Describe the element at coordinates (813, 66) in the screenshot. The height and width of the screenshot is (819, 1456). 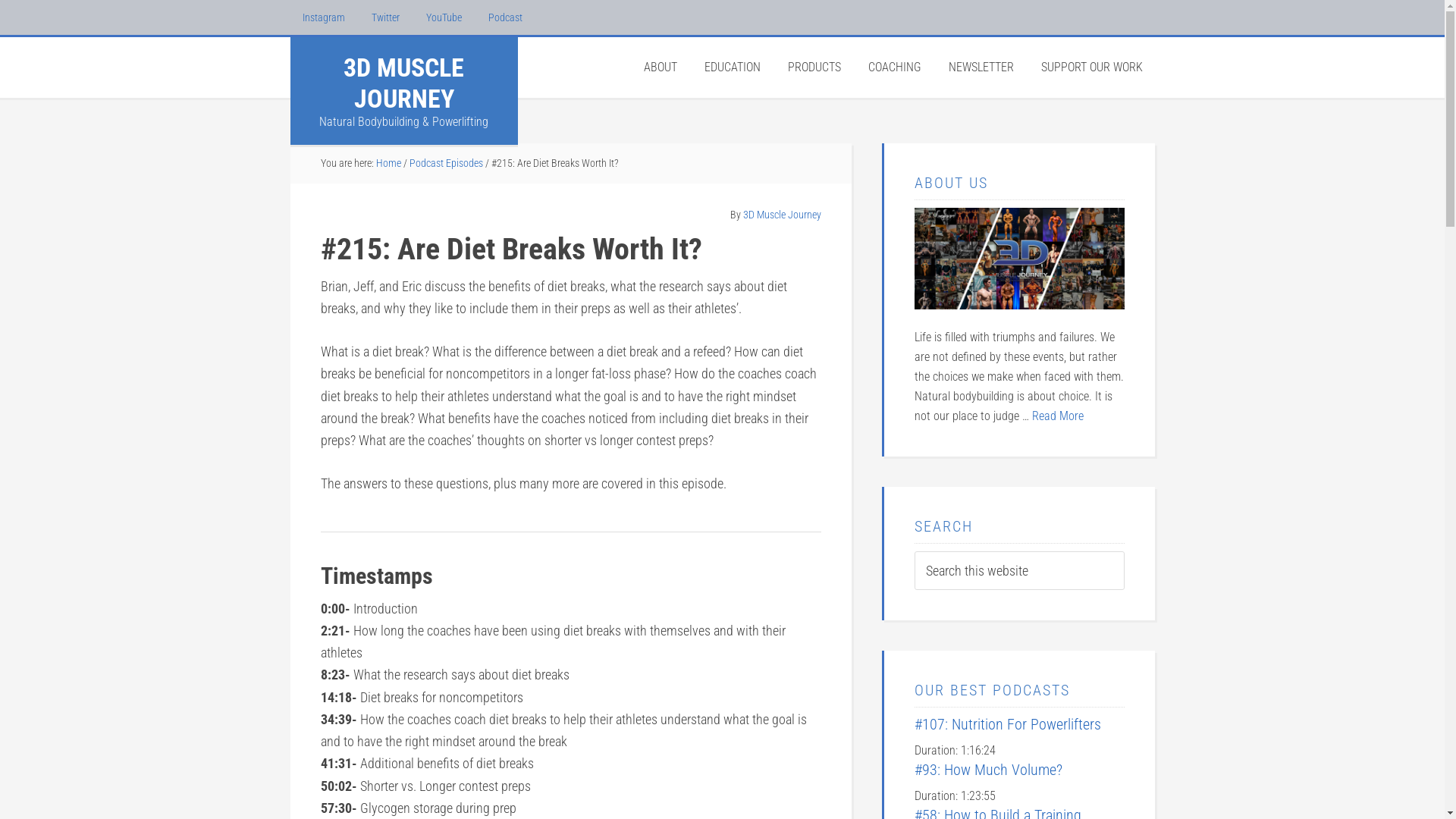
I see `'PRODUCTS'` at that location.